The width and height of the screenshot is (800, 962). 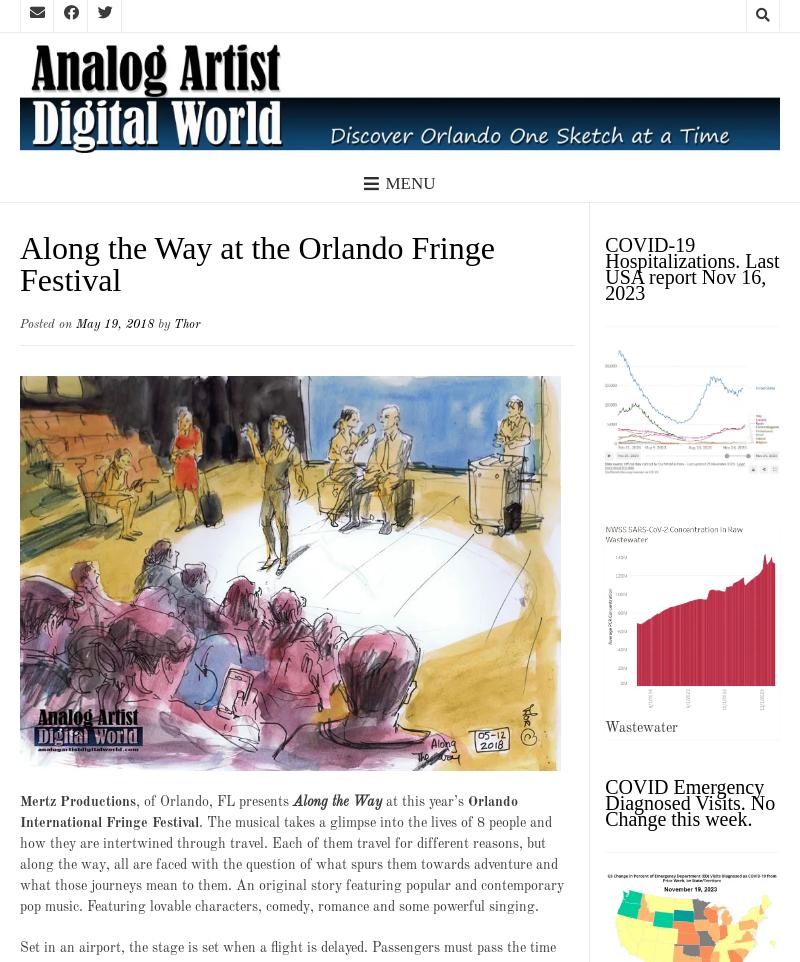 What do you see at coordinates (186, 322) in the screenshot?
I see `'Thor'` at bounding box center [186, 322].